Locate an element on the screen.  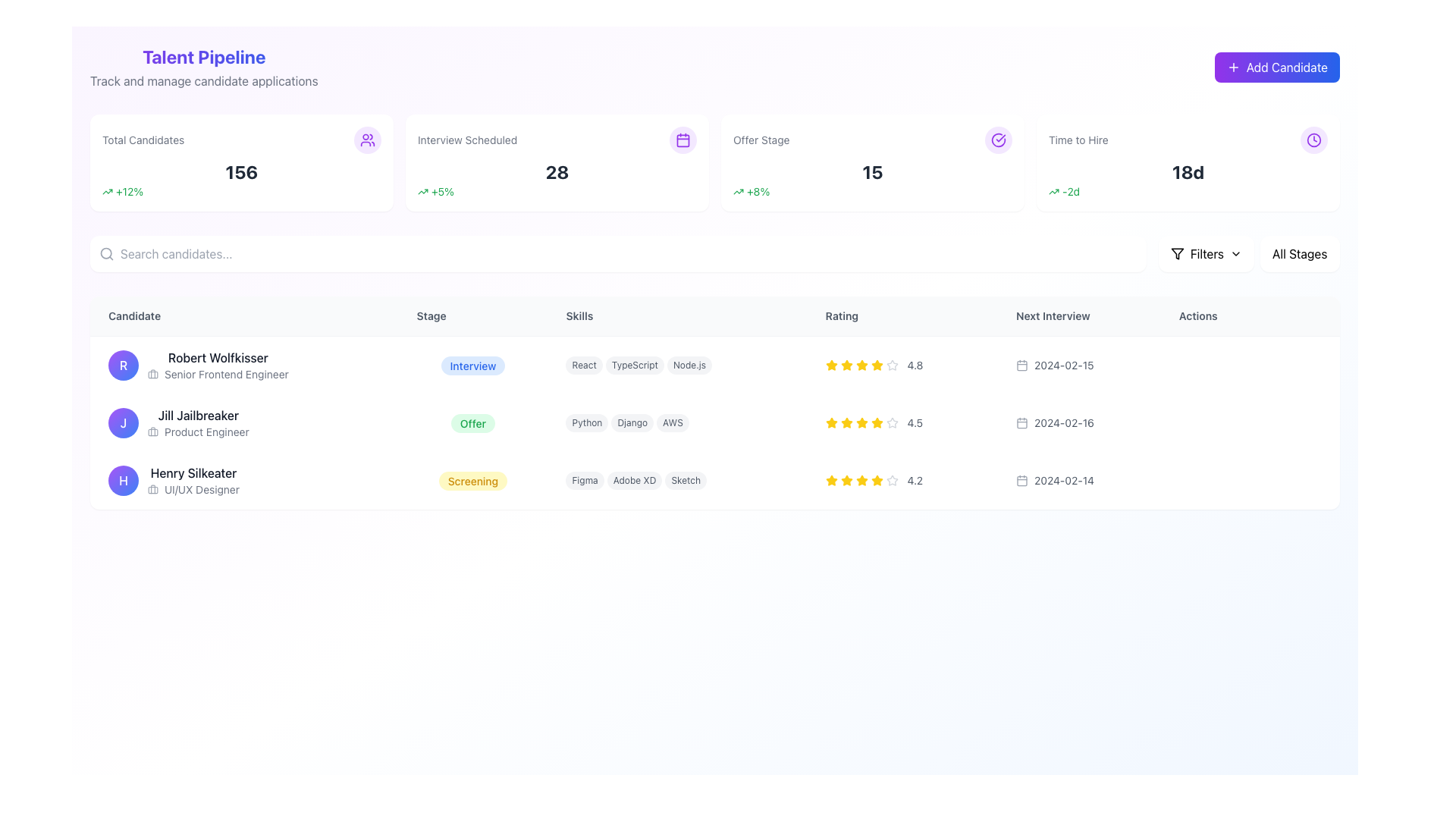
the unselected star icon in the Rating column, first row, fifth position is located at coordinates (892, 365).